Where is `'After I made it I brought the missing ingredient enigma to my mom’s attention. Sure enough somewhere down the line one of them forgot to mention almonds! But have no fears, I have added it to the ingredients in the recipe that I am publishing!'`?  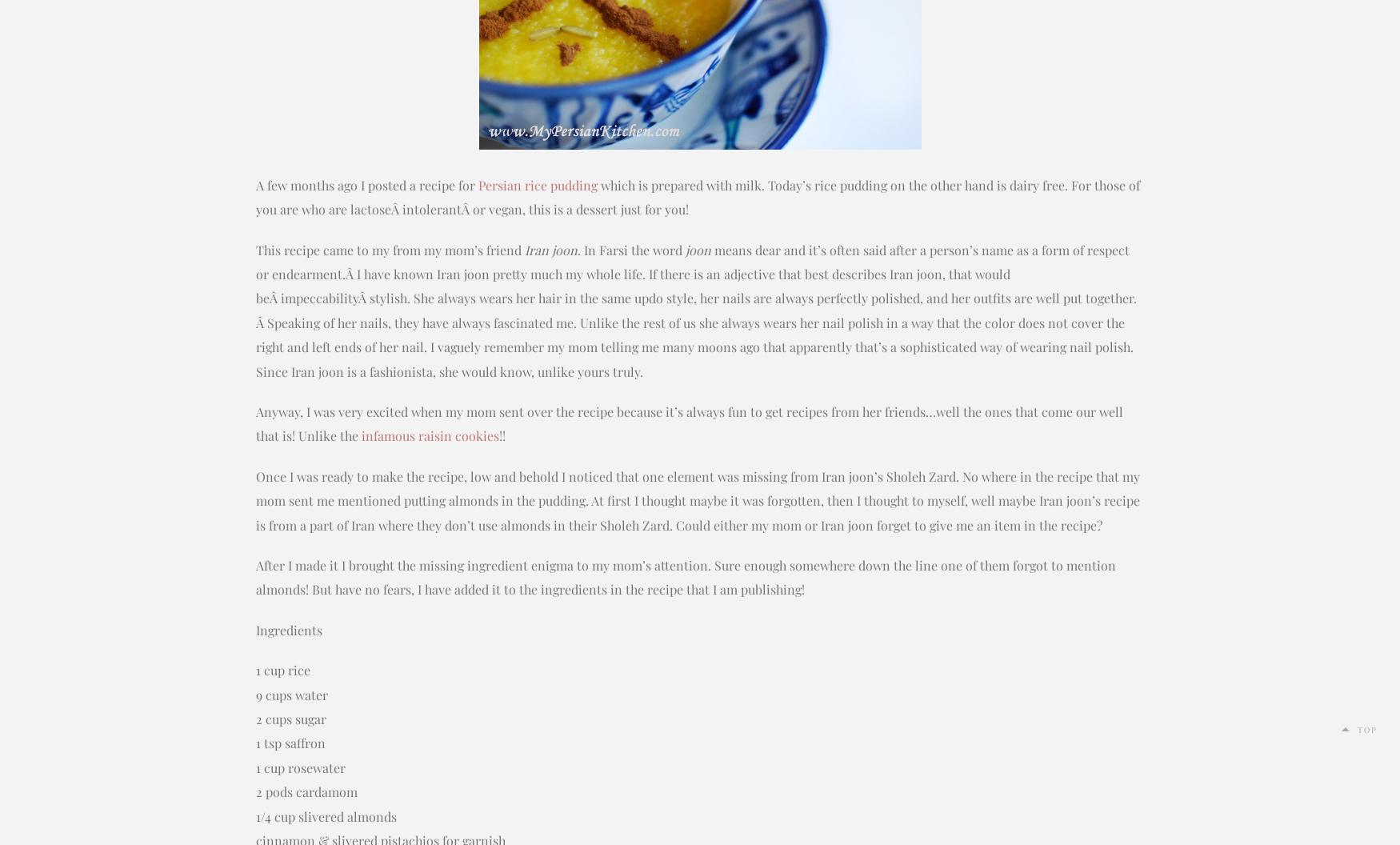 'After I made it I brought the missing ingredient enigma to my mom’s attention. Sure enough somewhere down the line one of them forgot to mention almonds! But have no fears, I have added it to the ingredients in the recipe that I am publishing!' is located at coordinates (686, 577).